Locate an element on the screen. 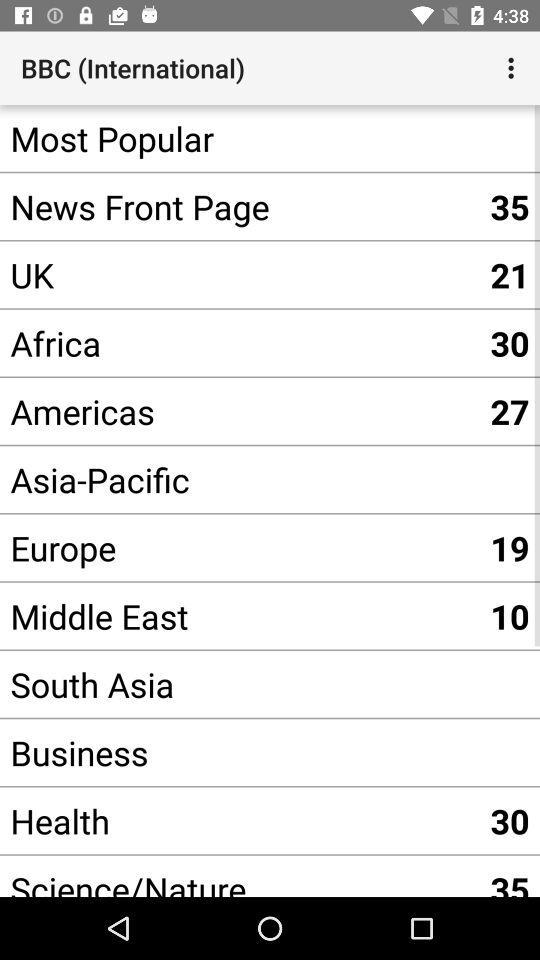 This screenshot has width=540, height=960. the item above 27 is located at coordinates (239, 343).